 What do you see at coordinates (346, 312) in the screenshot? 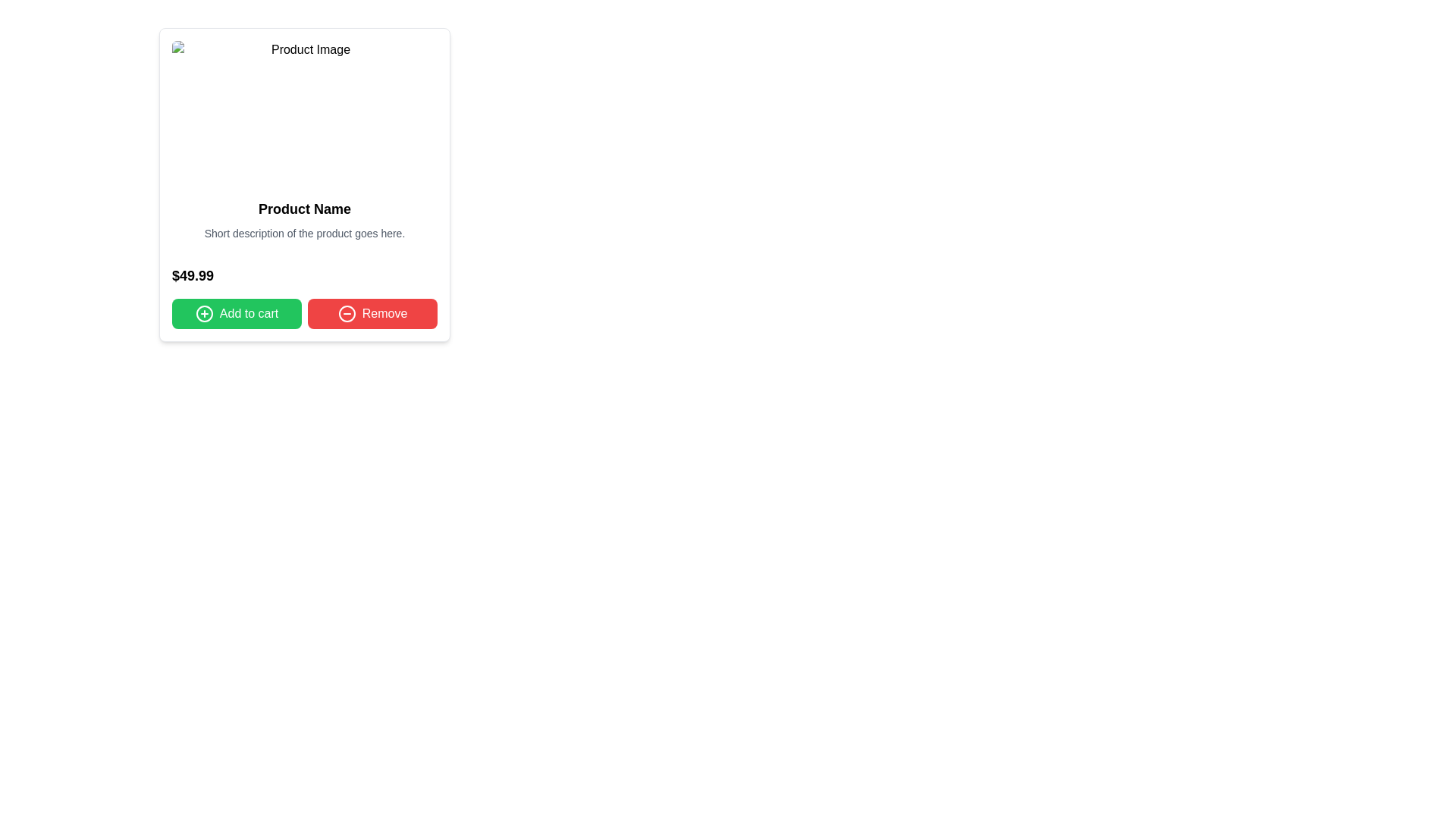
I see `the compact circular minus icon located to the left of the red 'Remove' button within the bottom section of the card interface` at bounding box center [346, 312].